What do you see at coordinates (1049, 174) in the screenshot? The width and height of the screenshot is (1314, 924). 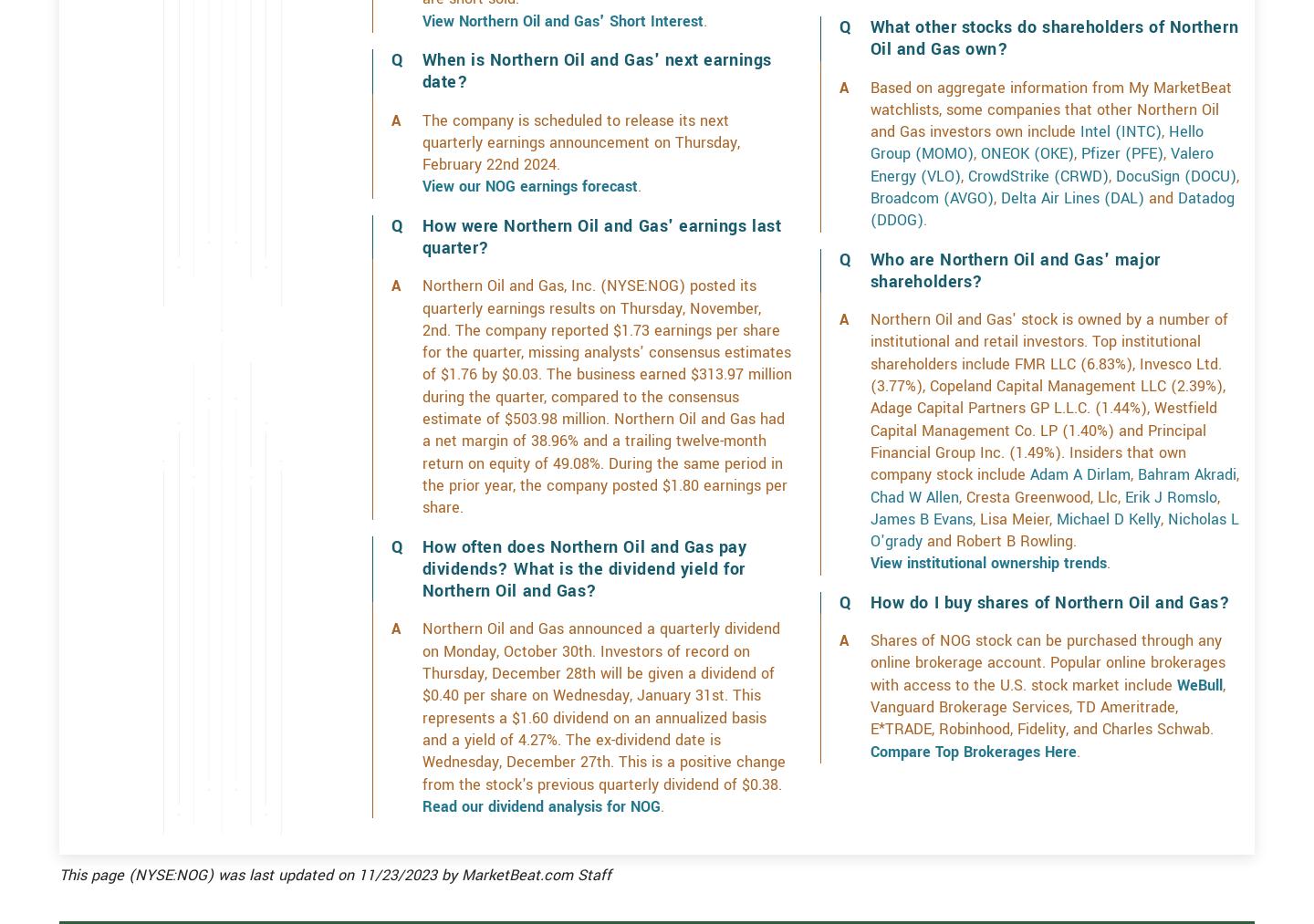 I see `'Based on aggregate information from My MarketBeat watchlists, some companies that other Northern Oil and Gas investors own include'` at bounding box center [1049, 174].